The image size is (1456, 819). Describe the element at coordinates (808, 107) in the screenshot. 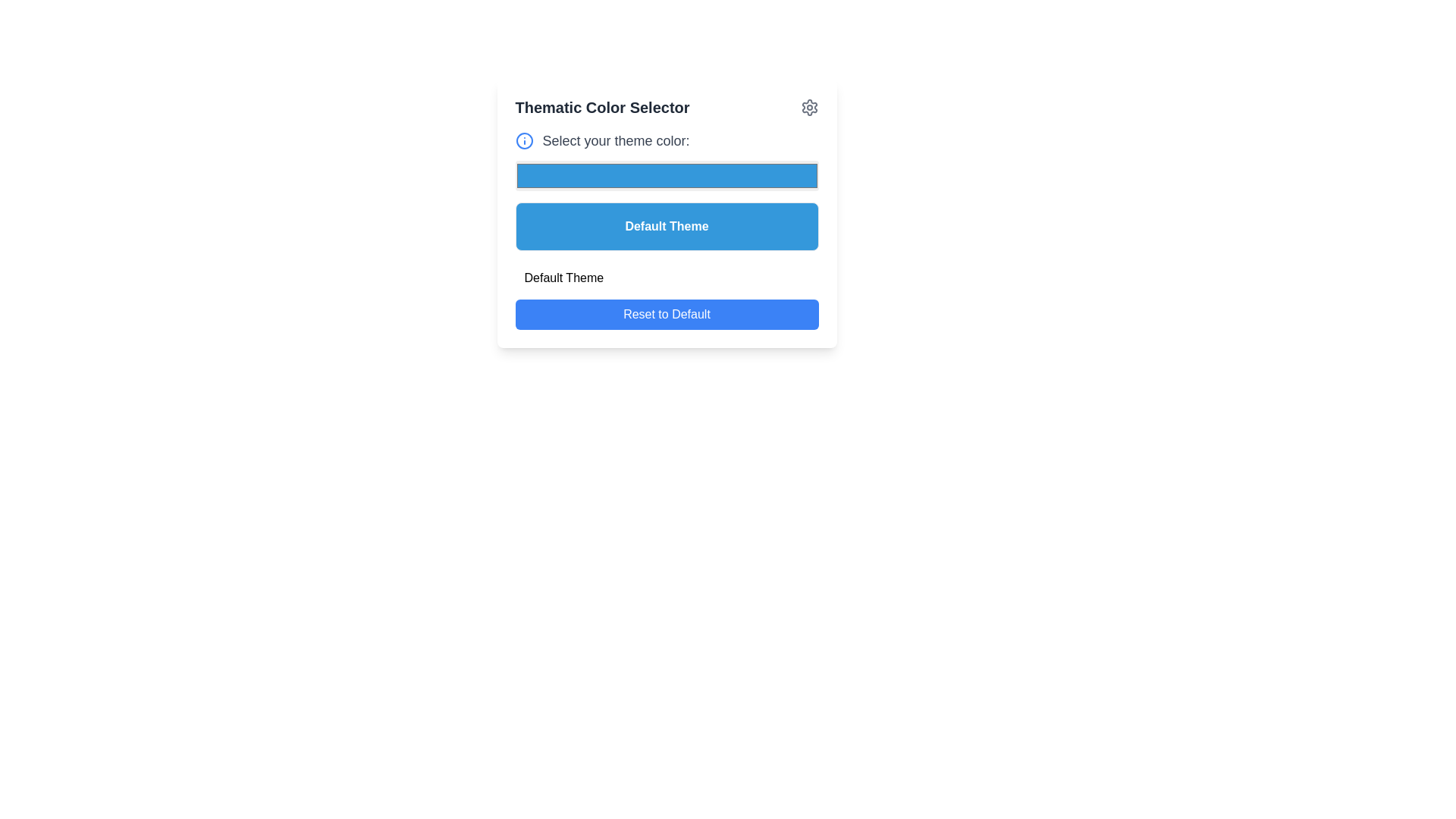

I see `the icon button located at the top-right corner of the 'Thematic Color Selector' widget to change the color to a darker shade` at that location.